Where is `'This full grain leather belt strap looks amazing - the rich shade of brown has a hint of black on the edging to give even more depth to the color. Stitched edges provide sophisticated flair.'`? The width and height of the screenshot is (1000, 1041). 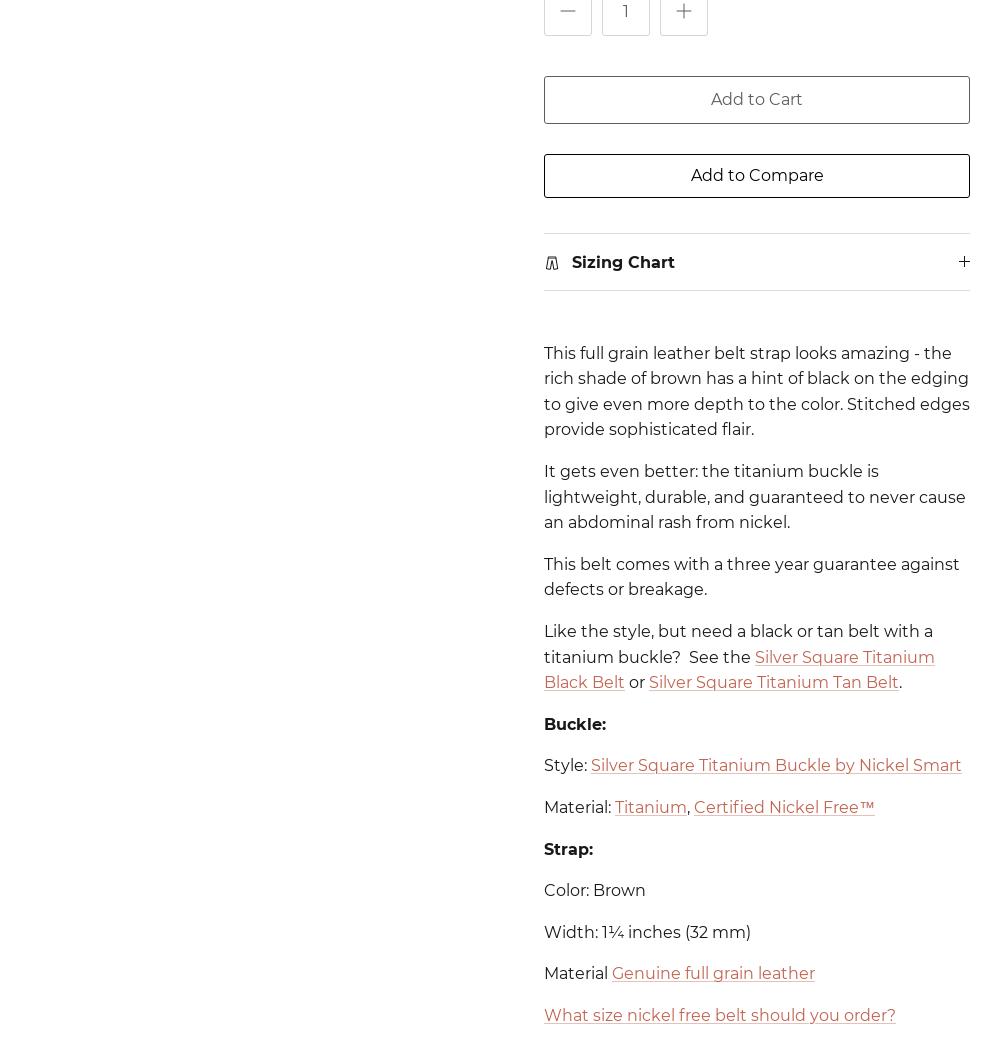 'This full grain leather belt strap looks amazing - the rich shade of brown has a hint of black on the edging to give even more depth to the color. Stitched edges provide sophisticated flair.' is located at coordinates (757, 390).